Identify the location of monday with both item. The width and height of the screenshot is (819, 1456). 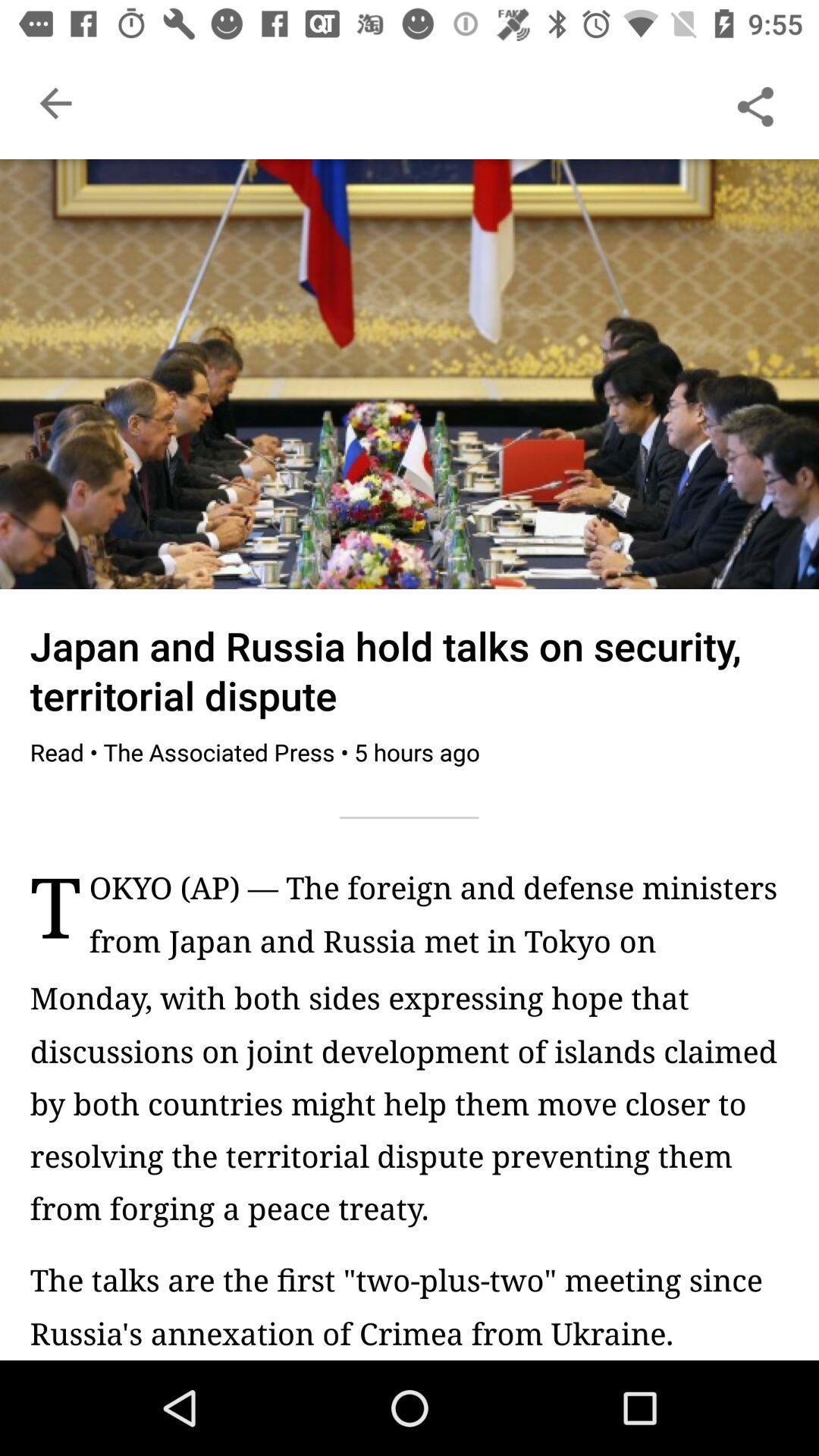
(409, 1103).